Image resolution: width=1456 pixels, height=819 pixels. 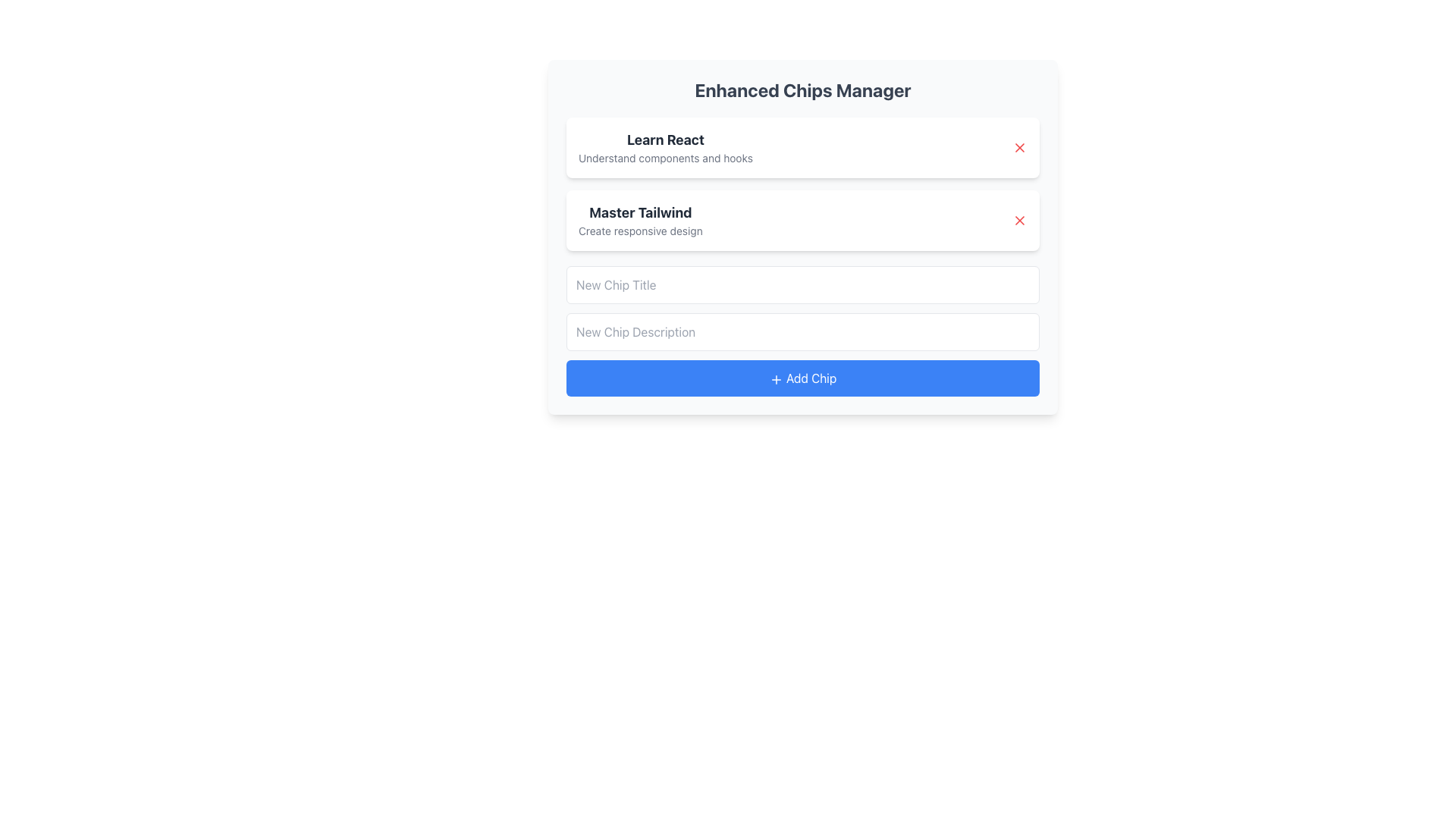 I want to click on the delete button/icon located at the right edge of the 'Master Tailwind' card, so click(x=1019, y=220).